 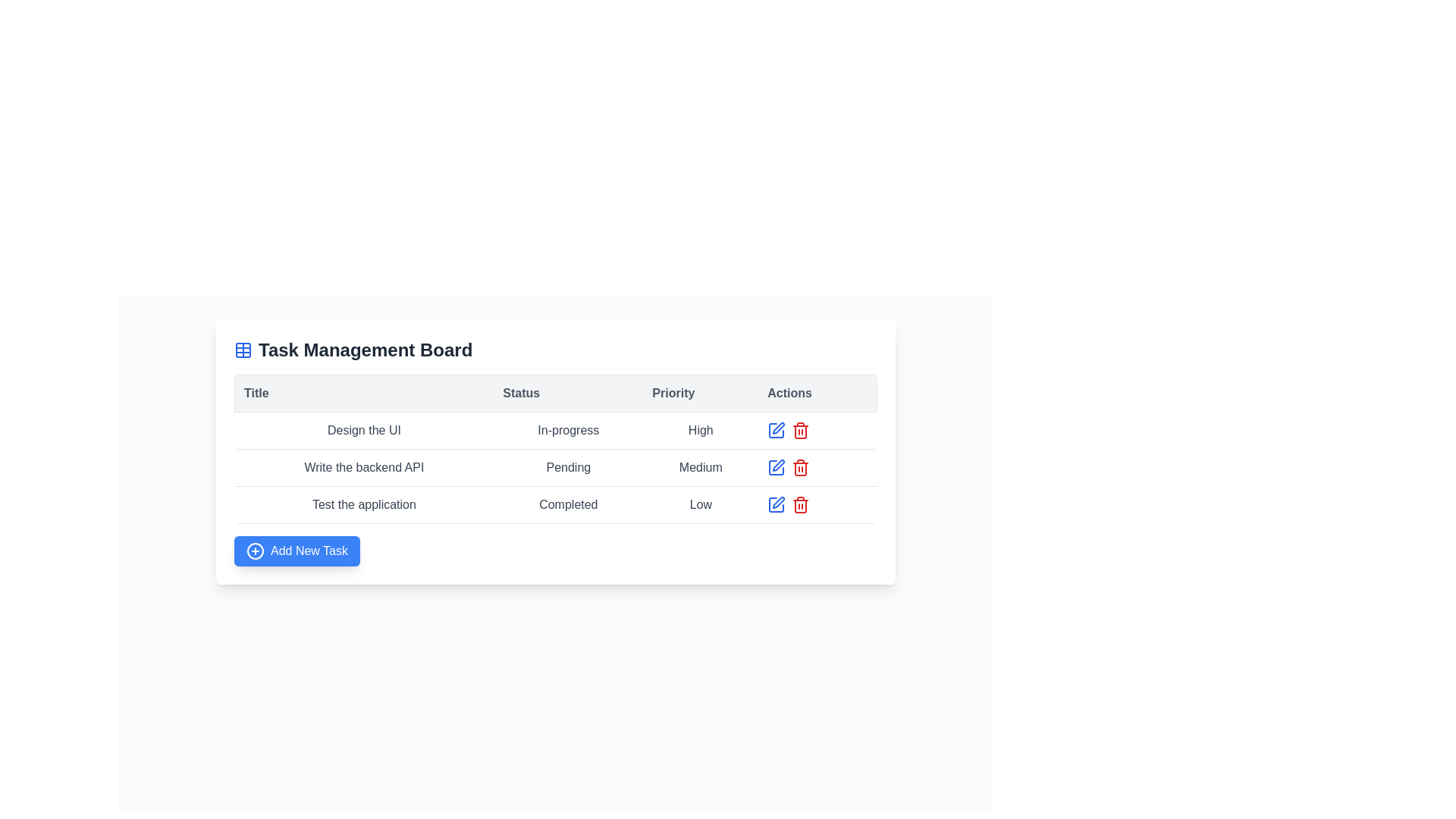 What do you see at coordinates (297, 551) in the screenshot?
I see `the 'Add New Task' button with a blue background and white text located at the bottom of the 'Task Management Board'` at bounding box center [297, 551].